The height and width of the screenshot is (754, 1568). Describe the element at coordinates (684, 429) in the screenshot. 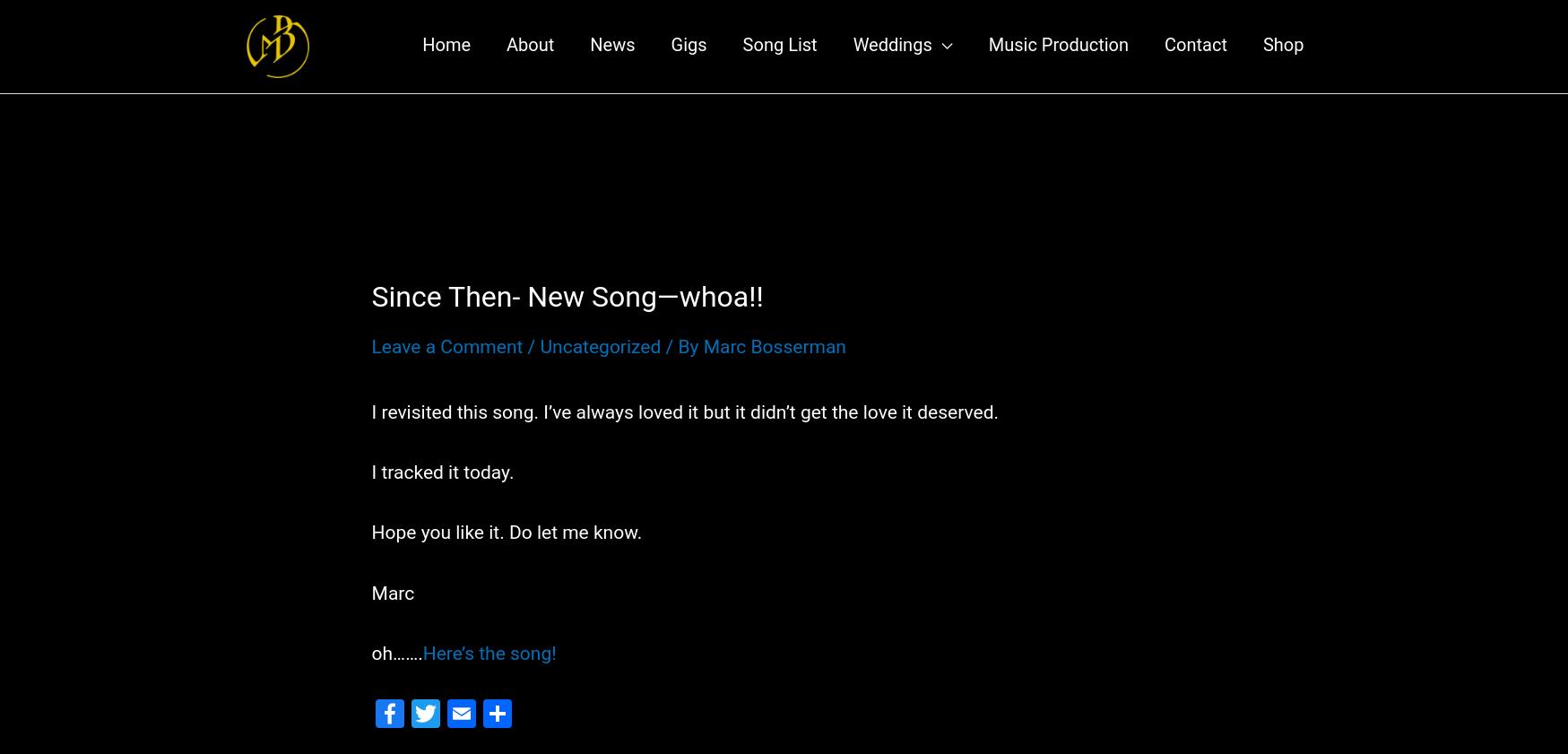

I see `'I revisited this song. I’ve always loved it but it didn’t get the love it deserved.'` at that location.